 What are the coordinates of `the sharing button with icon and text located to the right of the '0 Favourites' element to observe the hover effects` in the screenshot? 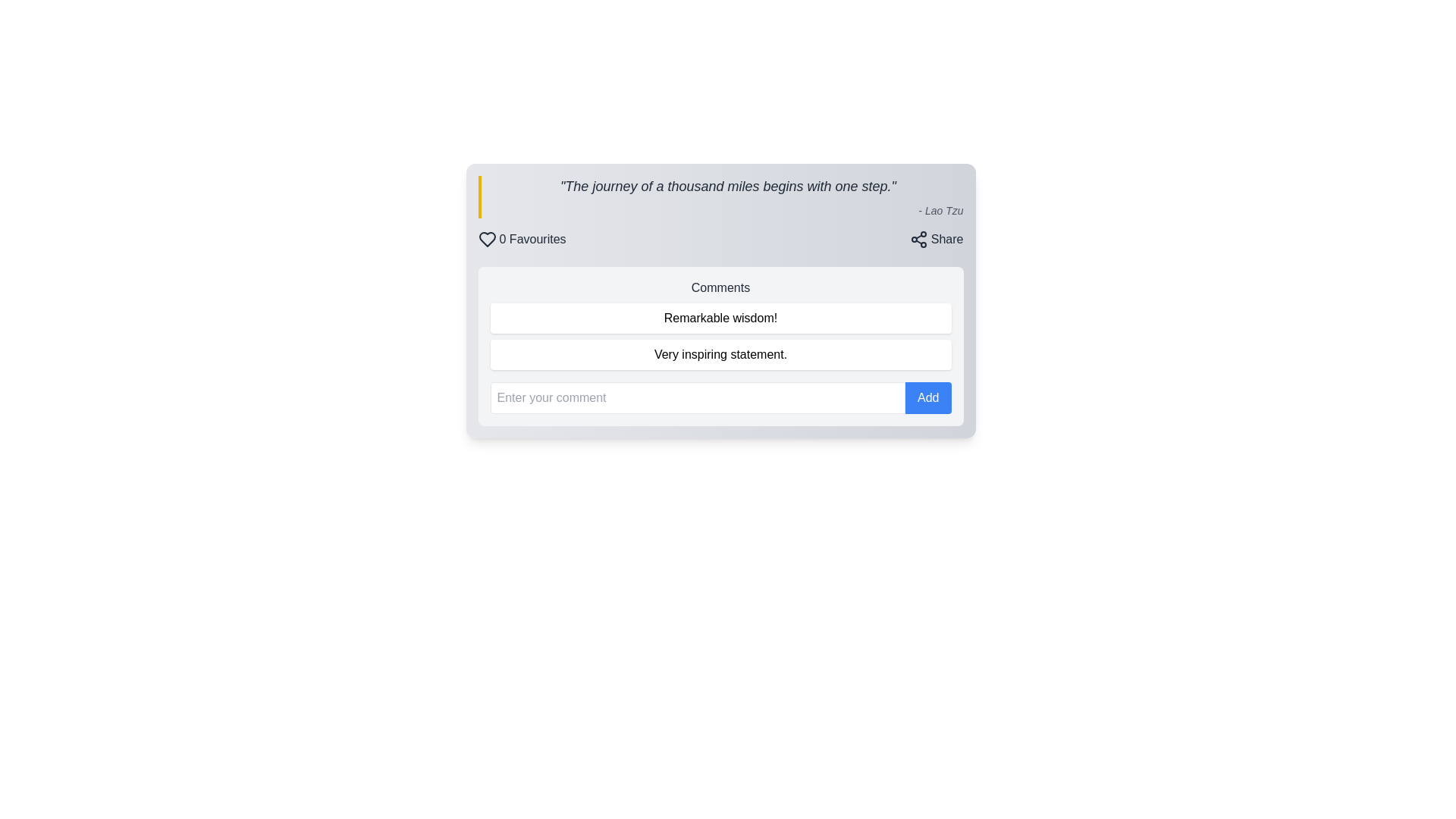 It's located at (936, 239).